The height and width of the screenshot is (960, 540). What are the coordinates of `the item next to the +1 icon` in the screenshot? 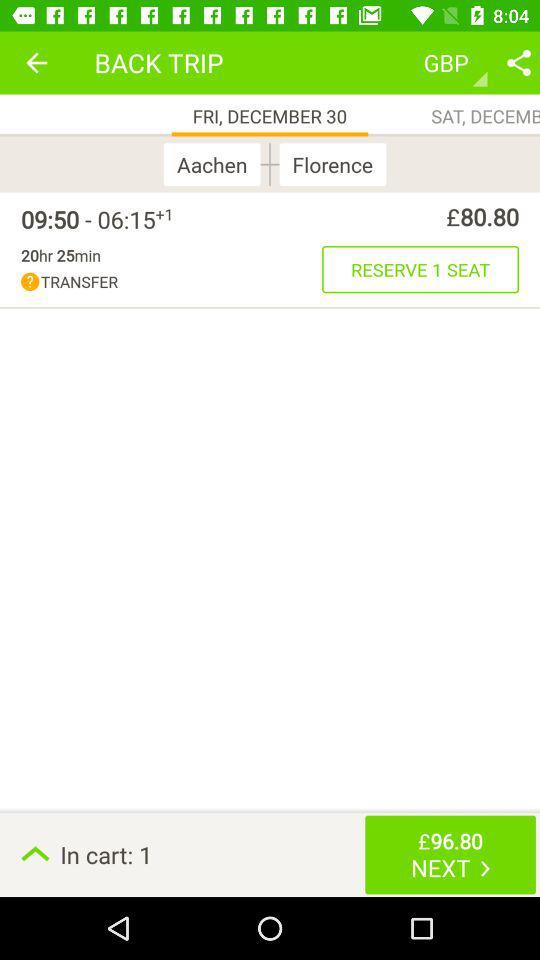 It's located at (87, 219).